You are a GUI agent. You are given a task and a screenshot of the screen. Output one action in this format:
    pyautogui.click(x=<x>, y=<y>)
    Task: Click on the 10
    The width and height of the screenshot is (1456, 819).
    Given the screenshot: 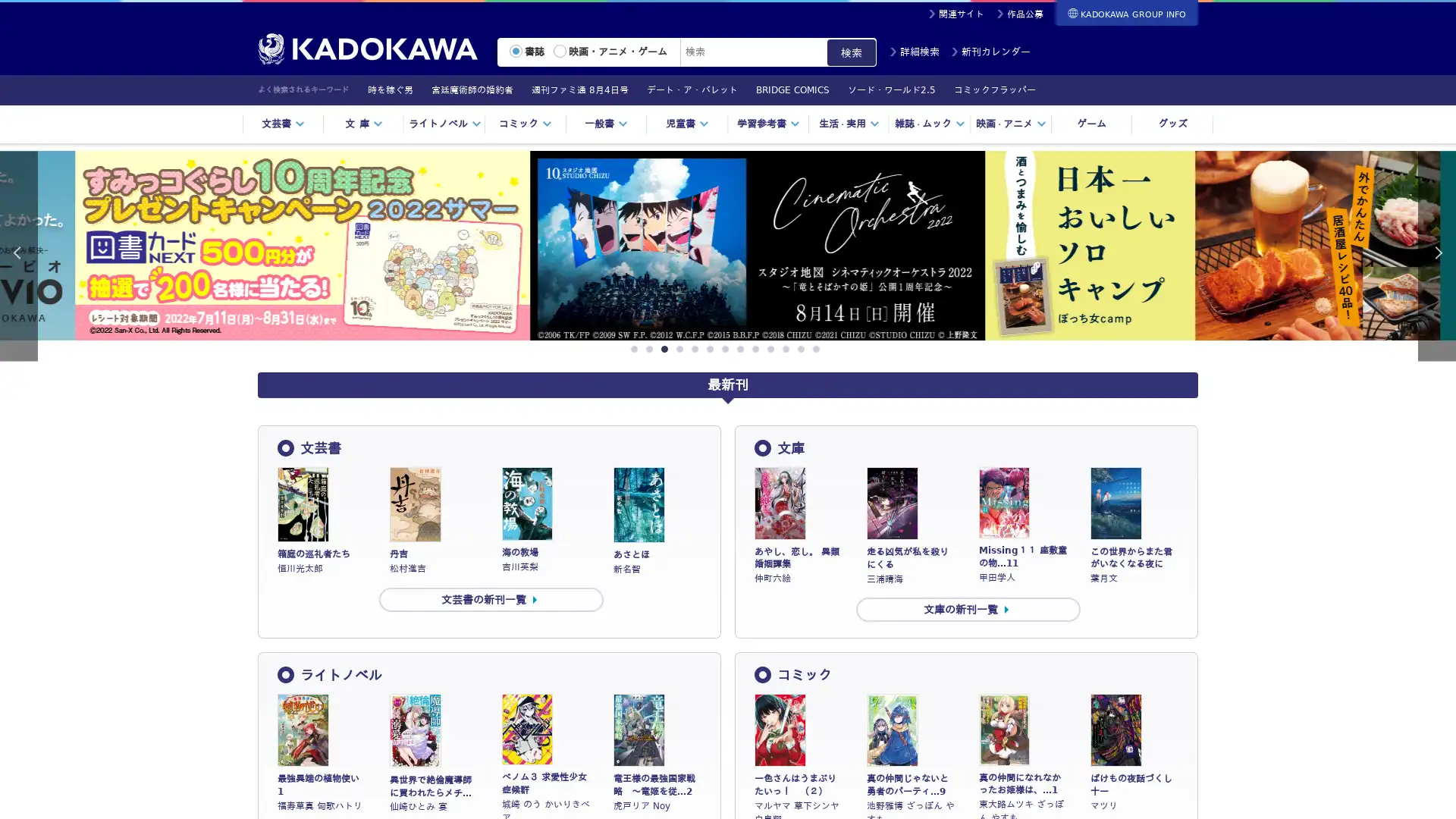 What is the action you would take?
    pyautogui.click(x=773, y=350)
    